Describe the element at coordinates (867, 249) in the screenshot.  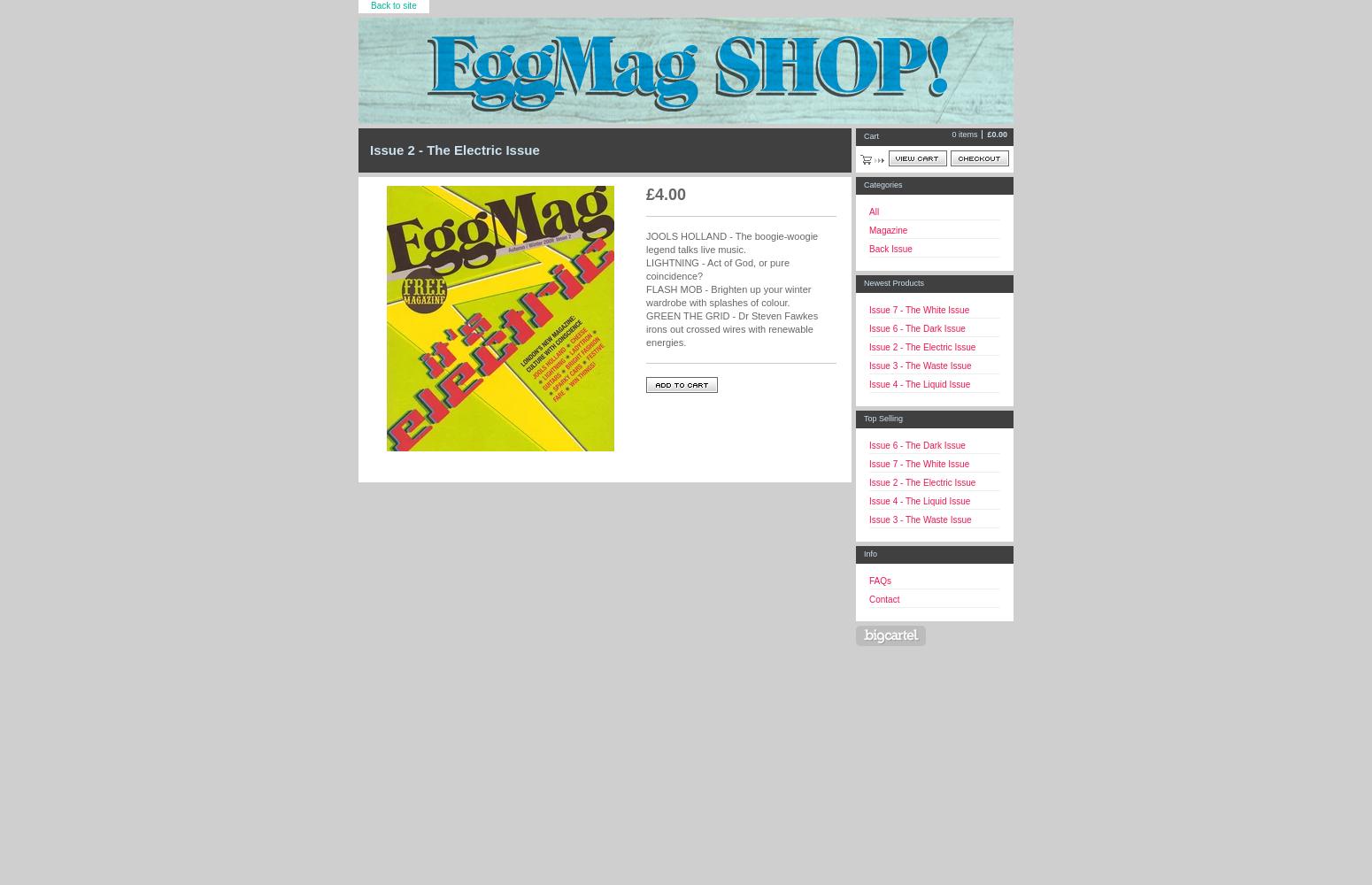
I see `'Back Issue'` at that location.